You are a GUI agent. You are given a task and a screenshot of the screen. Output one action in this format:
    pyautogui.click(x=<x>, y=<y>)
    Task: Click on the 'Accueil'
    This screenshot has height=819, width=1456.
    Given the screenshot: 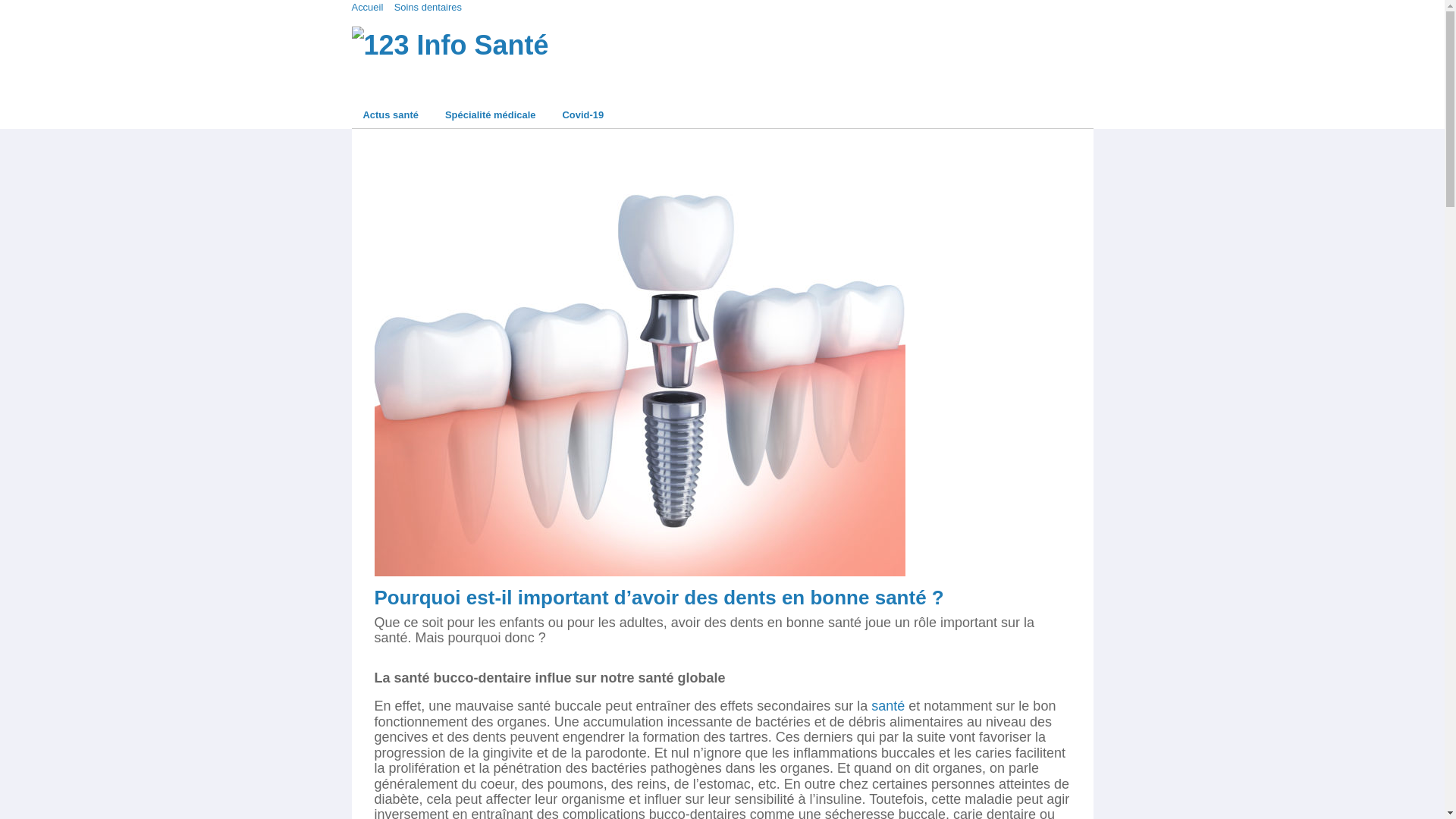 What is the action you would take?
    pyautogui.click(x=367, y=7)
    